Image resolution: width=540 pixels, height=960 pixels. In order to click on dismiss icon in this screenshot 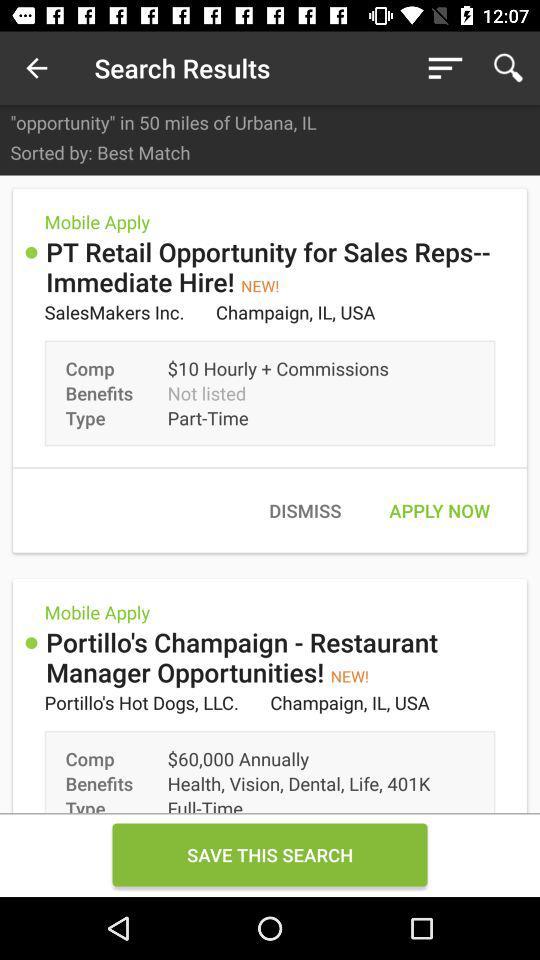, I will do `click(305, 509)`.